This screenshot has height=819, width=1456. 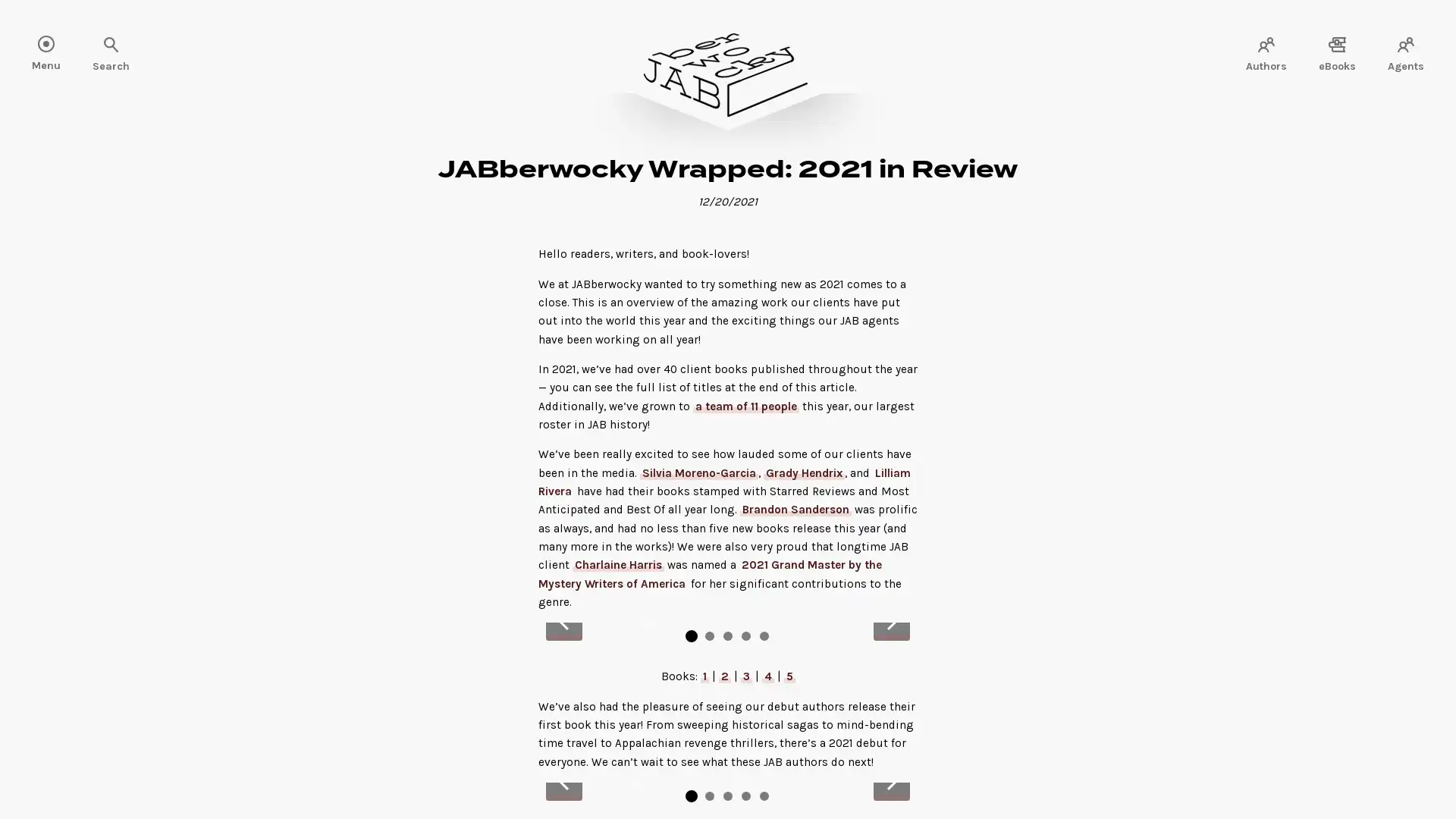 What do you see at coordinates (709, 795) in the screenshot?
I see `Go to slide 2` at bounding box center [709, 795].